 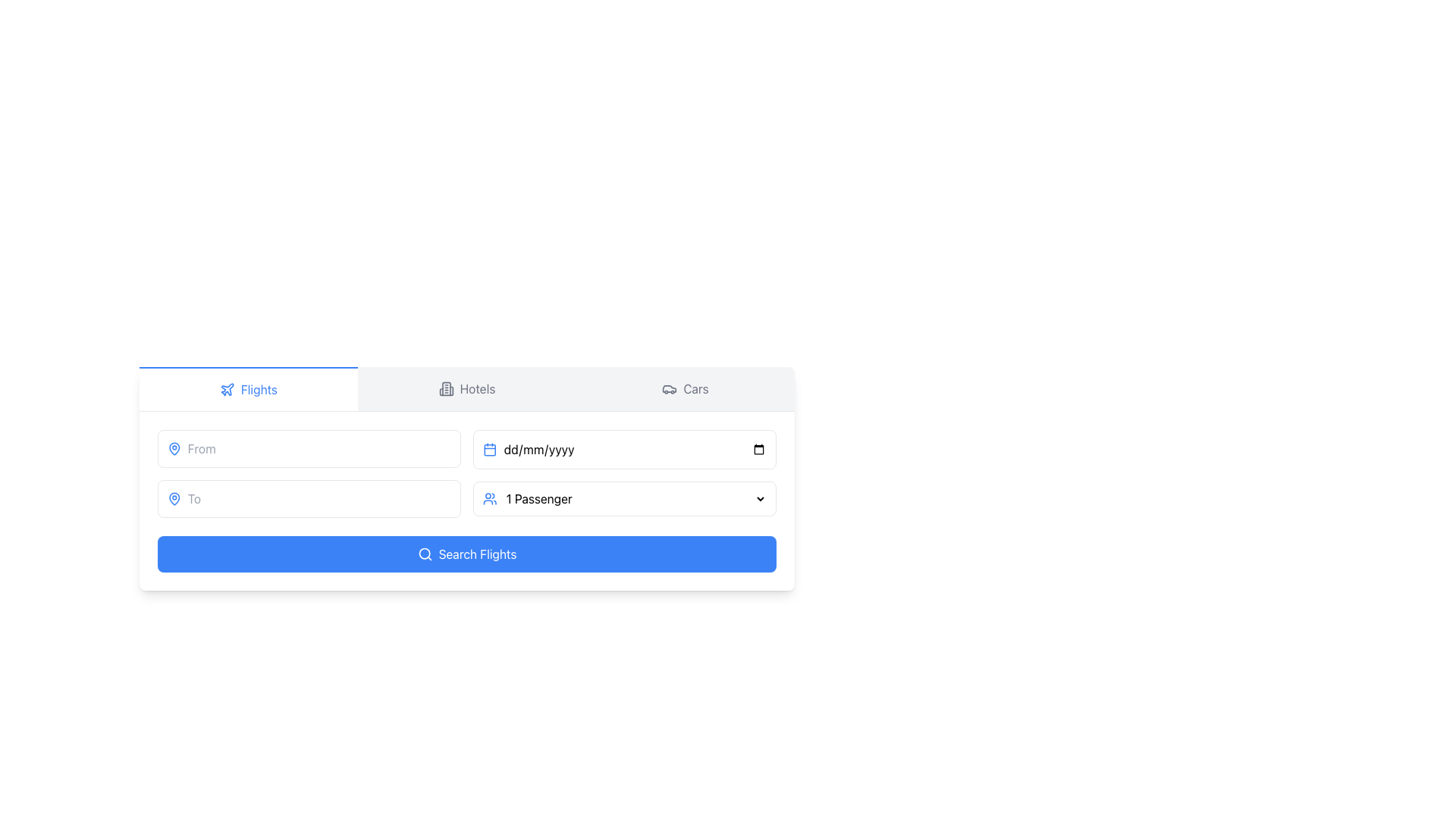 I want to click on the 'Cars' text label located in the horizontal navigation bar at the top of the form interface, so click(x=695, y=388).